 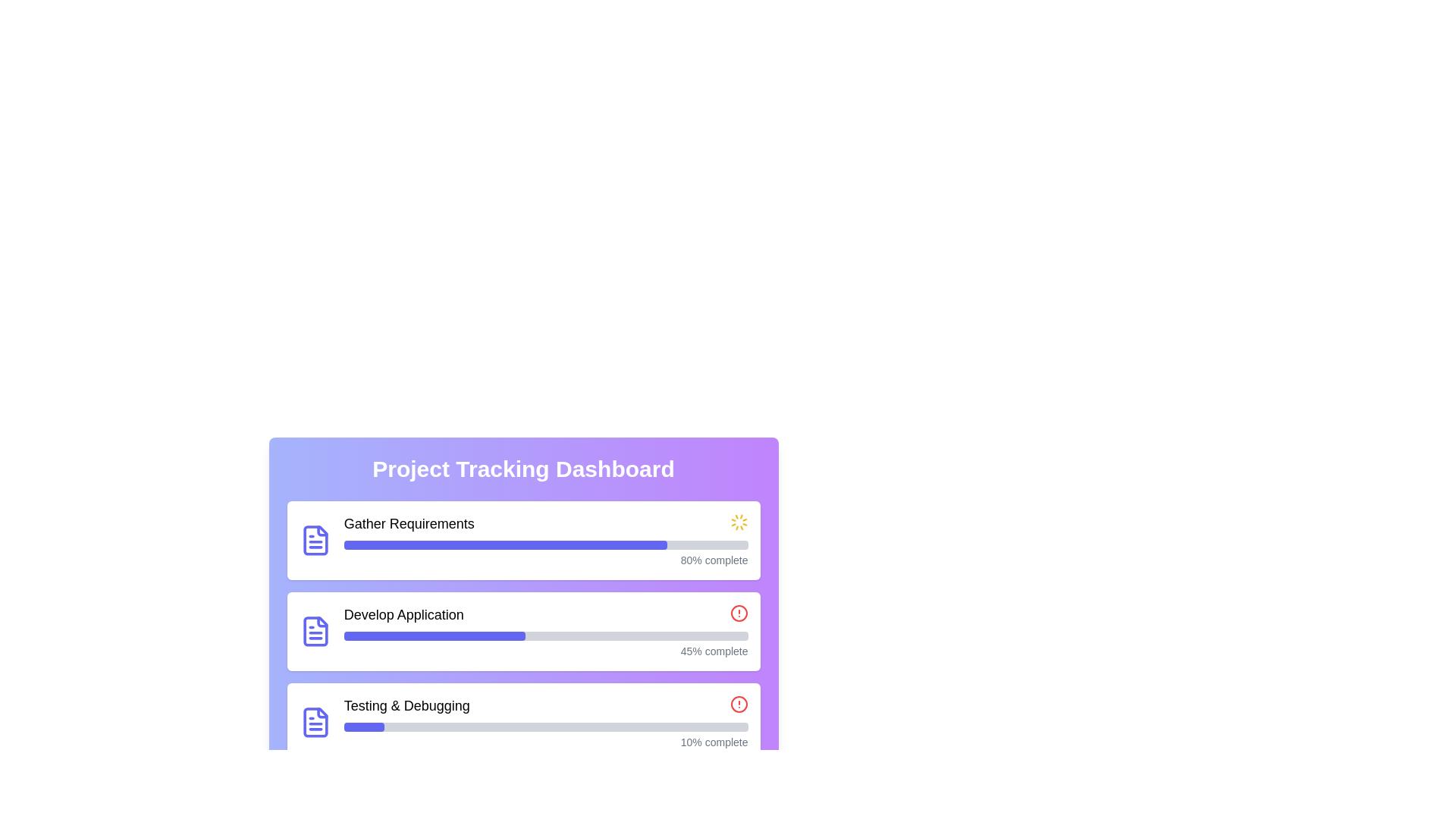 What do you see at coordinates (409, 522) in the screenshot?
I see `the 'Gather Requirements' text label, which is styled in a larger font size and bold black color, located at the top left of the first row in the progress section` at bounding box center [409, 522].